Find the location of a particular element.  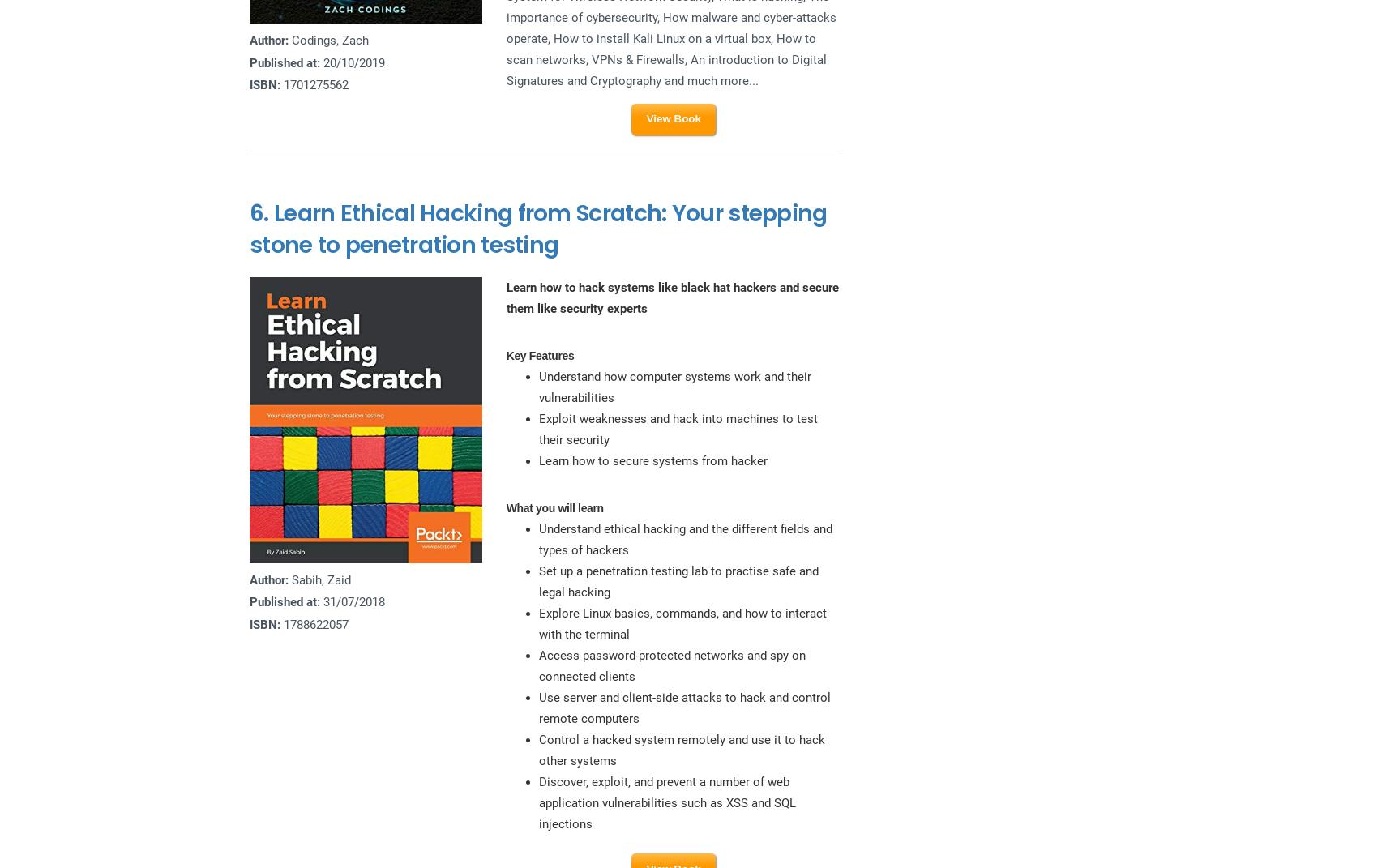

'Understand how computer systems work and their vulnerabilities' is located at coordinates (673, 386).